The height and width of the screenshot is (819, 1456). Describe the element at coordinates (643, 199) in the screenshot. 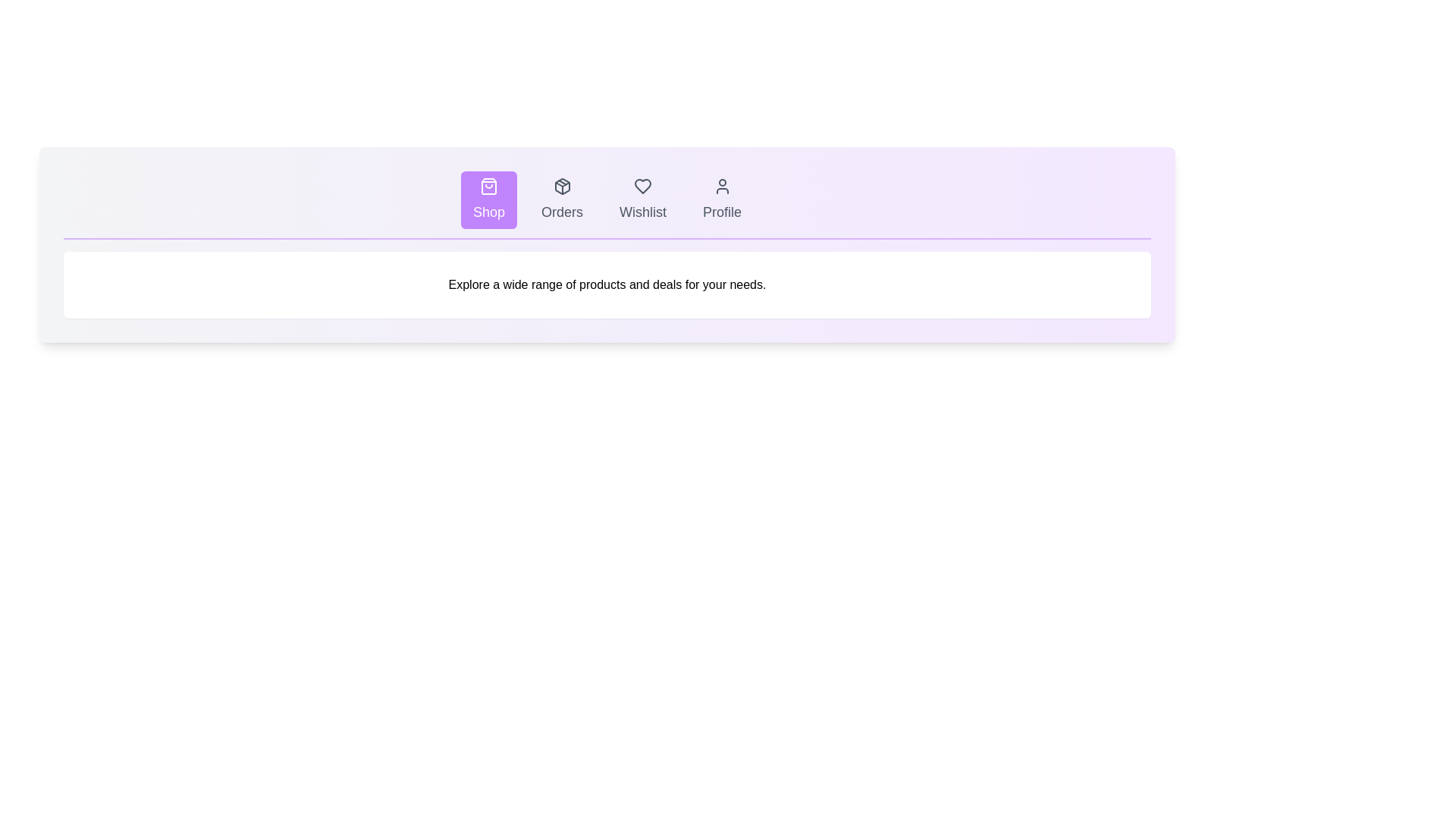

I see `the tab corresponding to Wishlist by clicking on it` at that location.